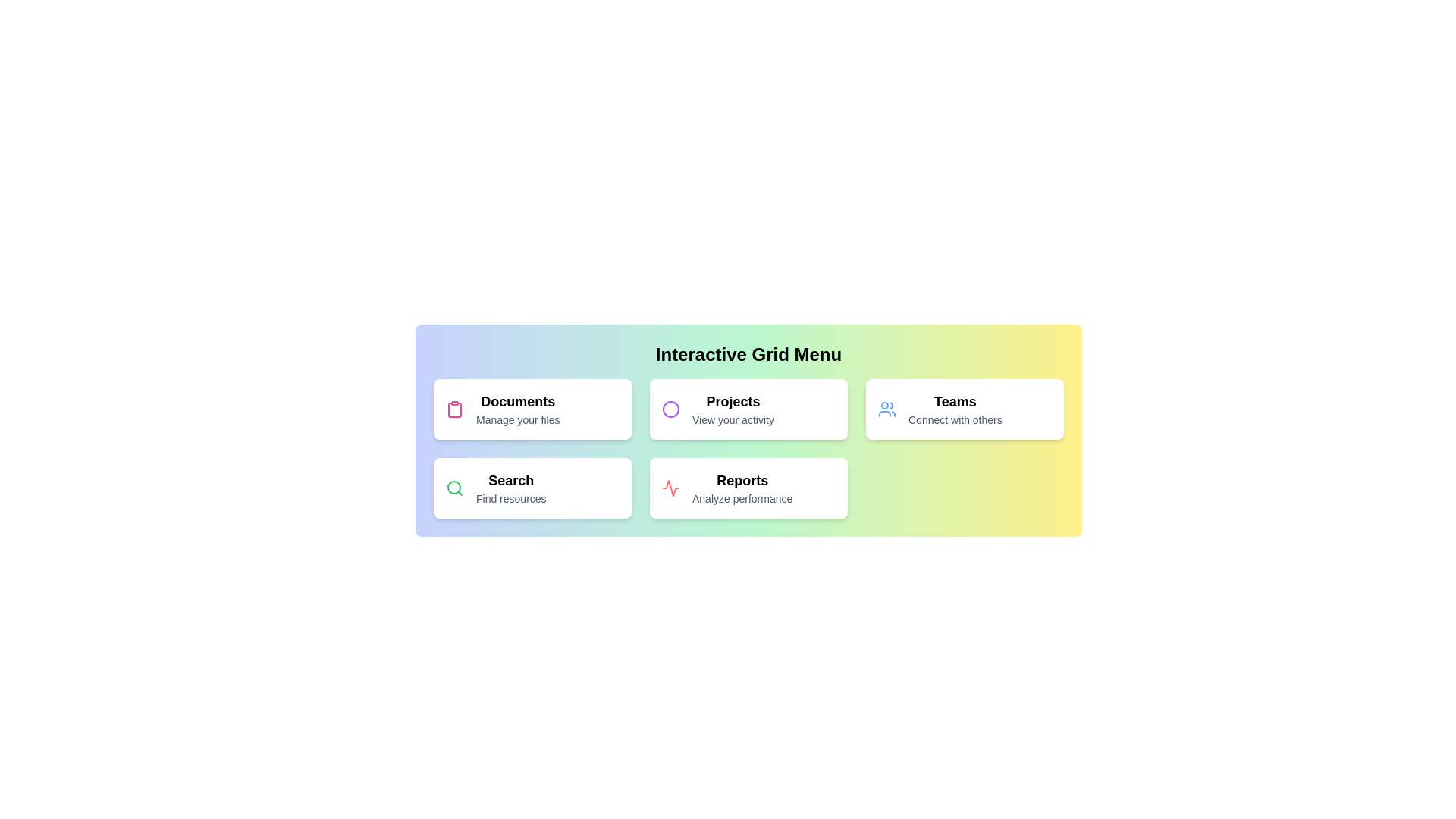 This screenshot has width=1456, height=819. I want to click on the grid item labeled Reports to observe the hover effect, so click(748, 488).